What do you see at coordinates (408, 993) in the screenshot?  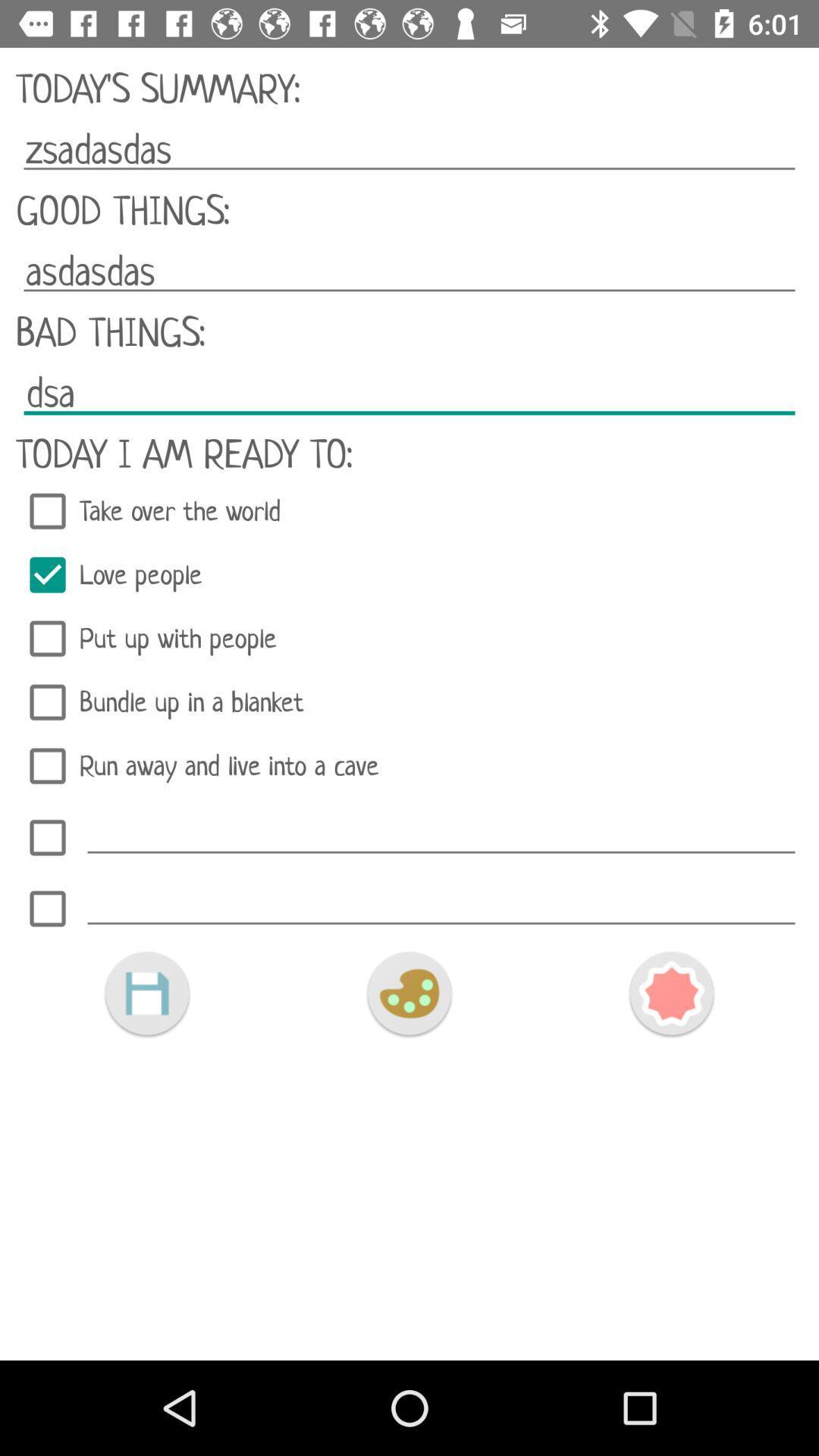 I see `the emoji icon` at bounding box center [408, 993].